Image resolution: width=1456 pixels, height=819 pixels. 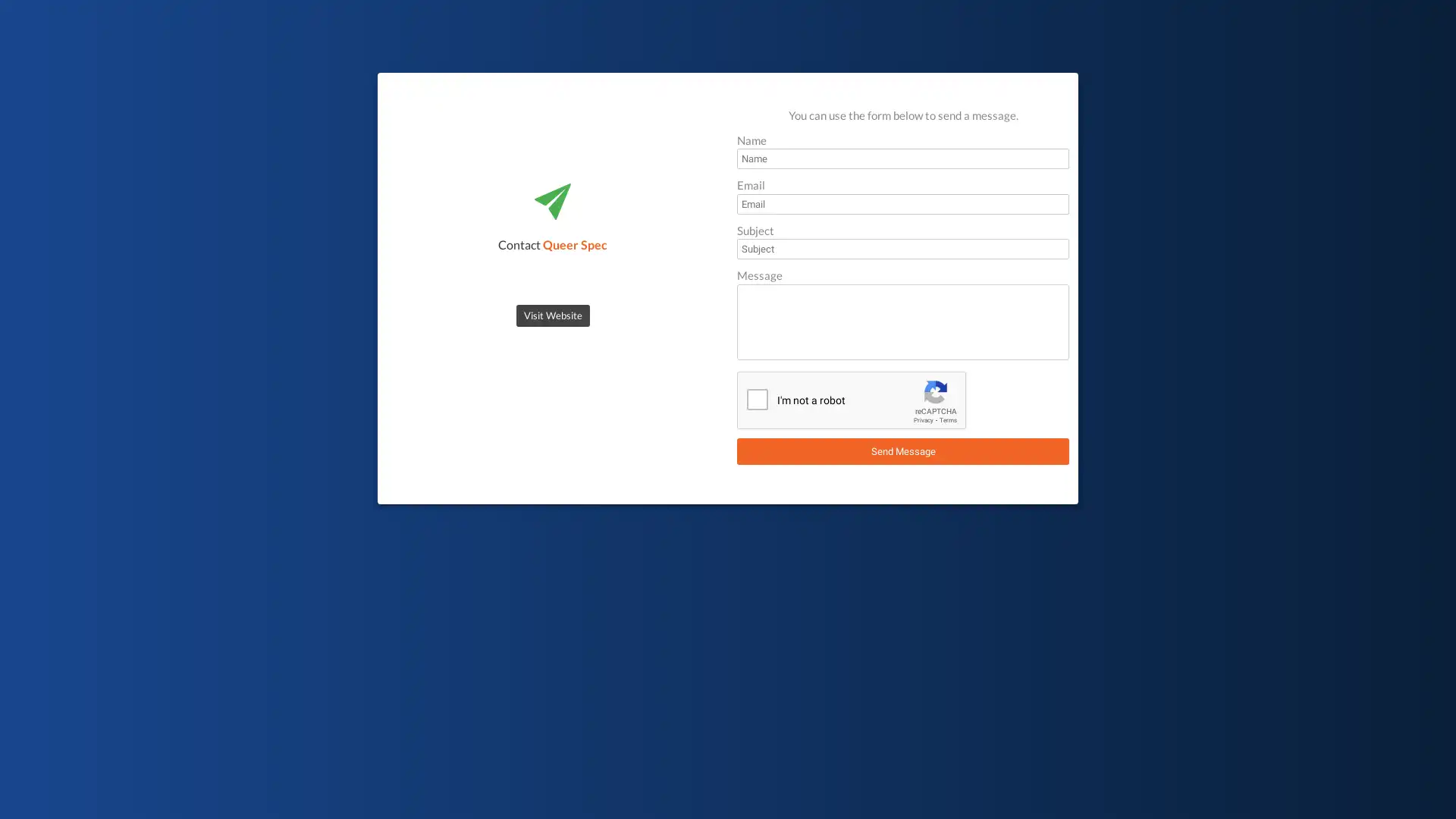 What do you see at coordinates (902, 450) in the screenshot?
I see `Send Message` at bounding box center [902, 450].